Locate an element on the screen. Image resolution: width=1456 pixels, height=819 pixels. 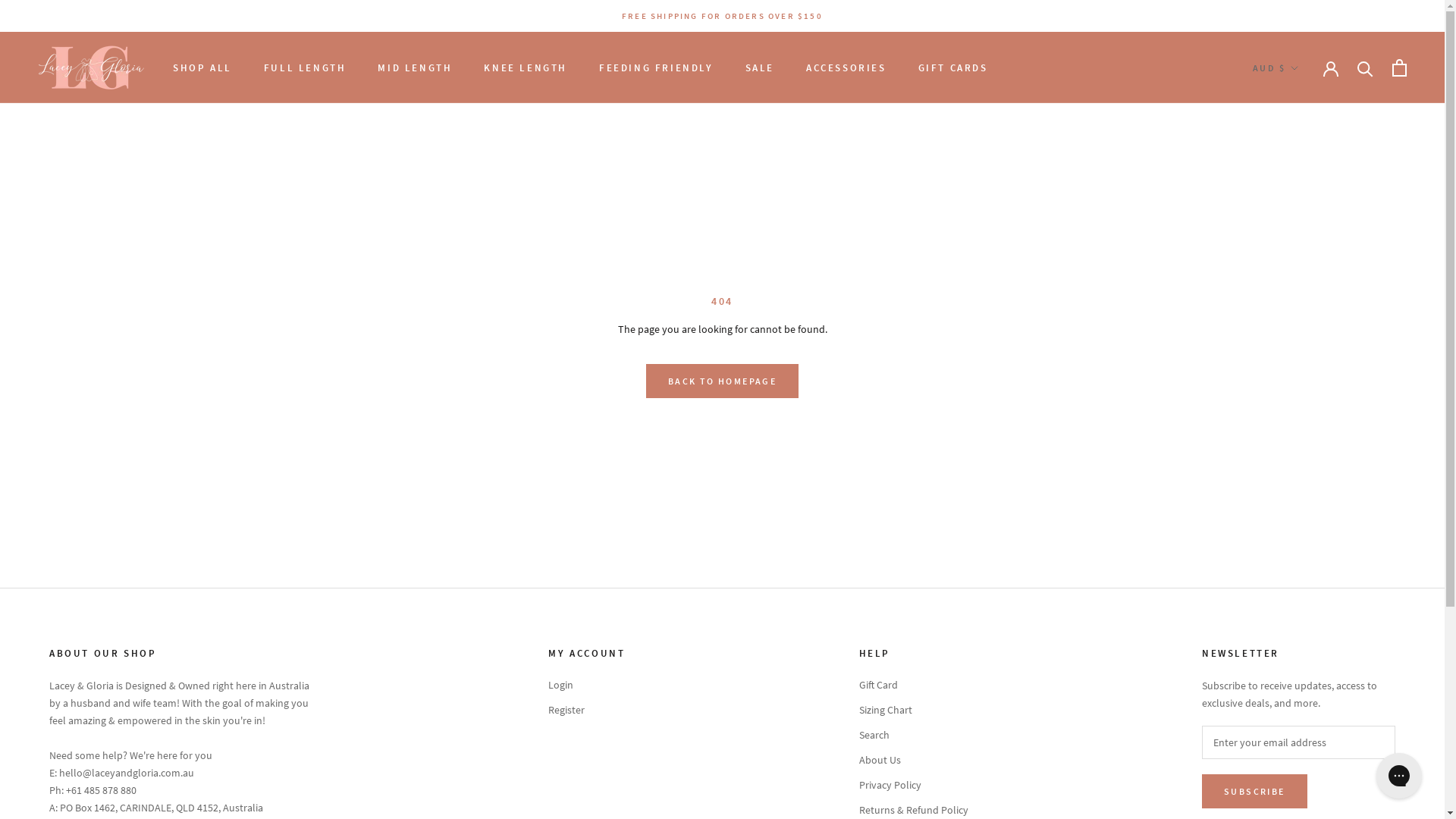
'Gift Card' is located at coordinates (912, 685).